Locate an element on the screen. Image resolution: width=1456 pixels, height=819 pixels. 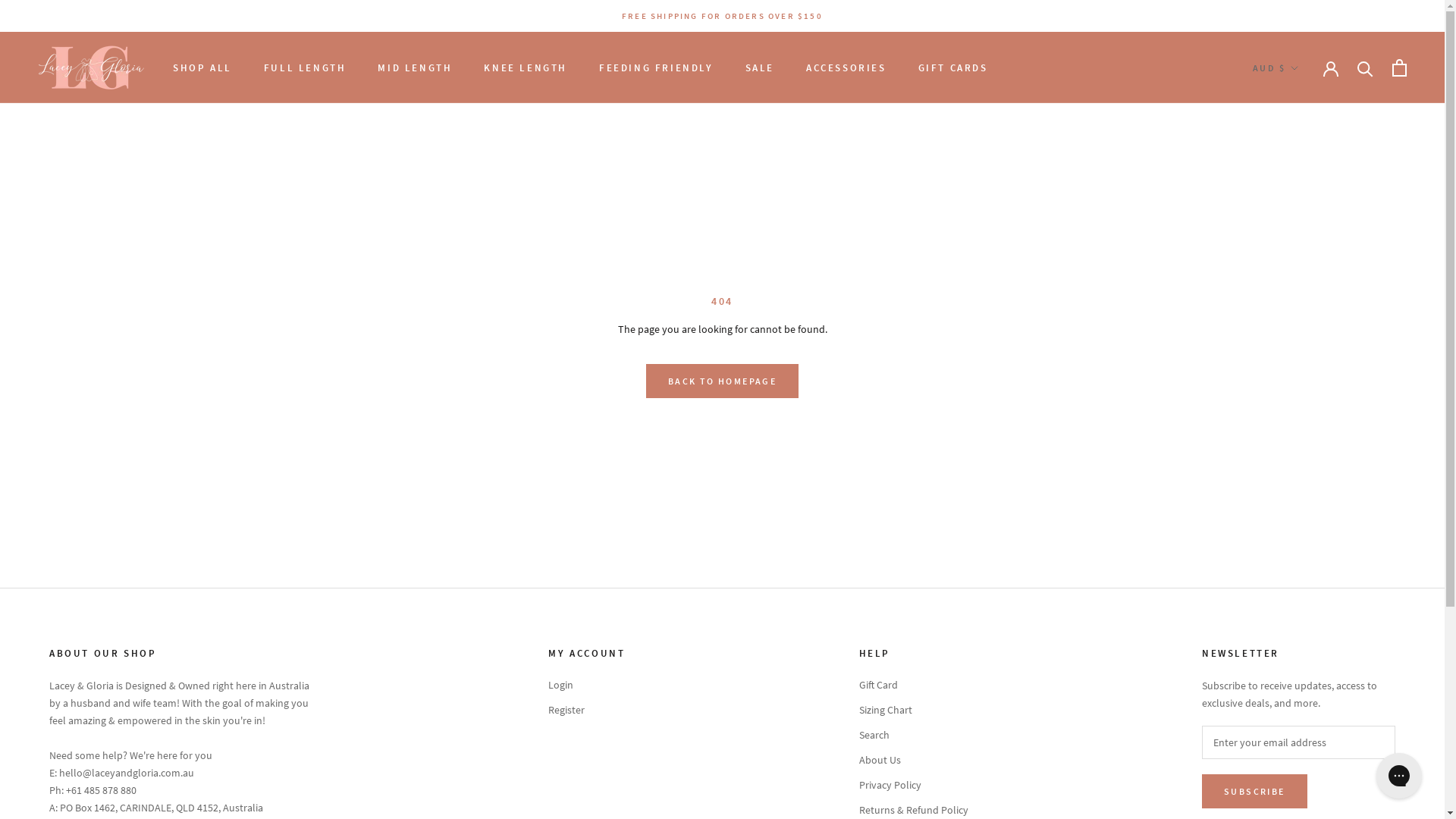
'Gift Card' is located at coordinates (912, 685).